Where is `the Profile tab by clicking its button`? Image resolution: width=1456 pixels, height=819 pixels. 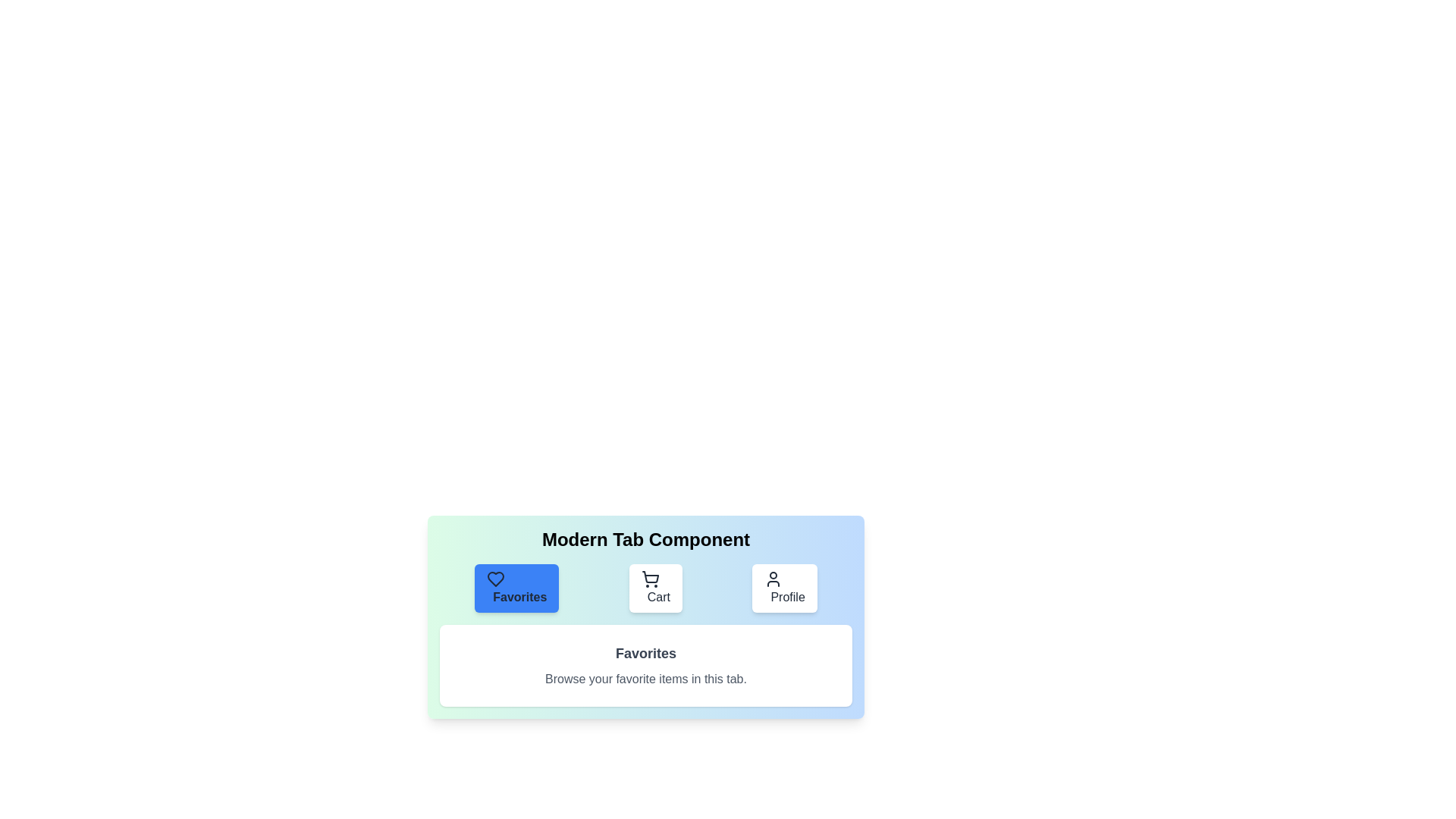
the Profile tab by clicking its button is located at coordinates (785, 587).